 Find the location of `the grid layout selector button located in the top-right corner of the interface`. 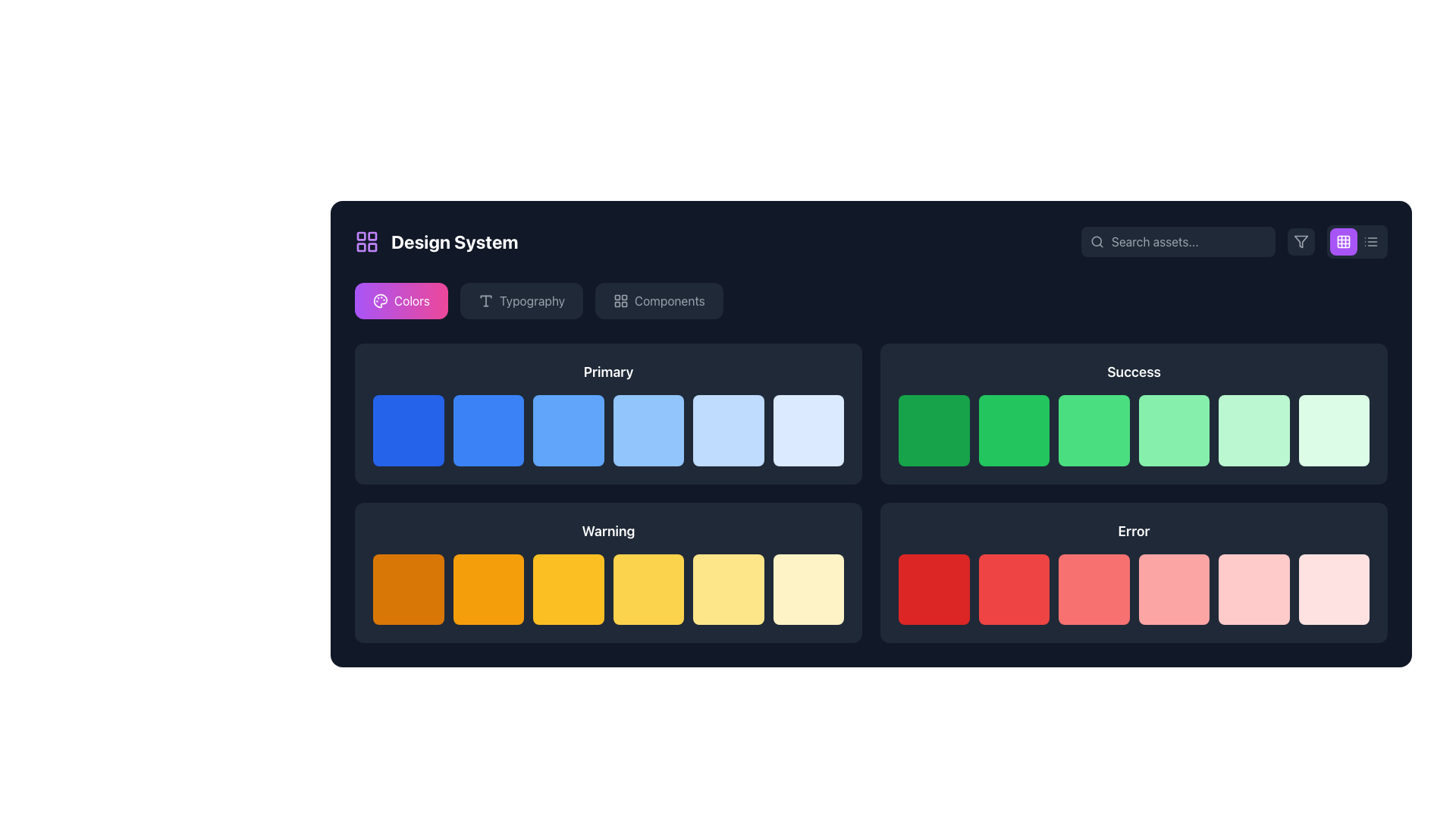

the grid layout selector button located in the top-right corner of the interface is located at coordinates (1343, 241).